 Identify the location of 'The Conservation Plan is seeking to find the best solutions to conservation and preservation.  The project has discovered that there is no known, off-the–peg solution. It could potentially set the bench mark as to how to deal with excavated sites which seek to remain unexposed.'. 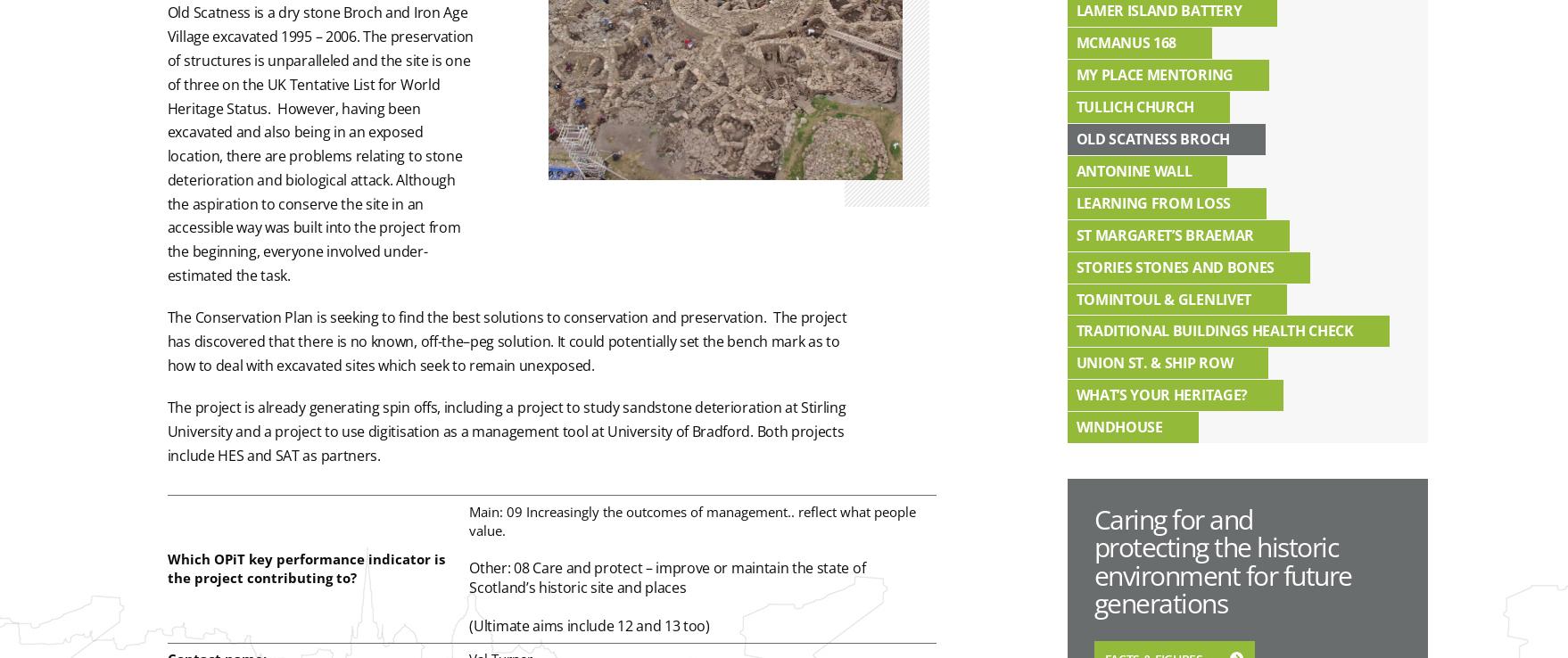
(506, 340).